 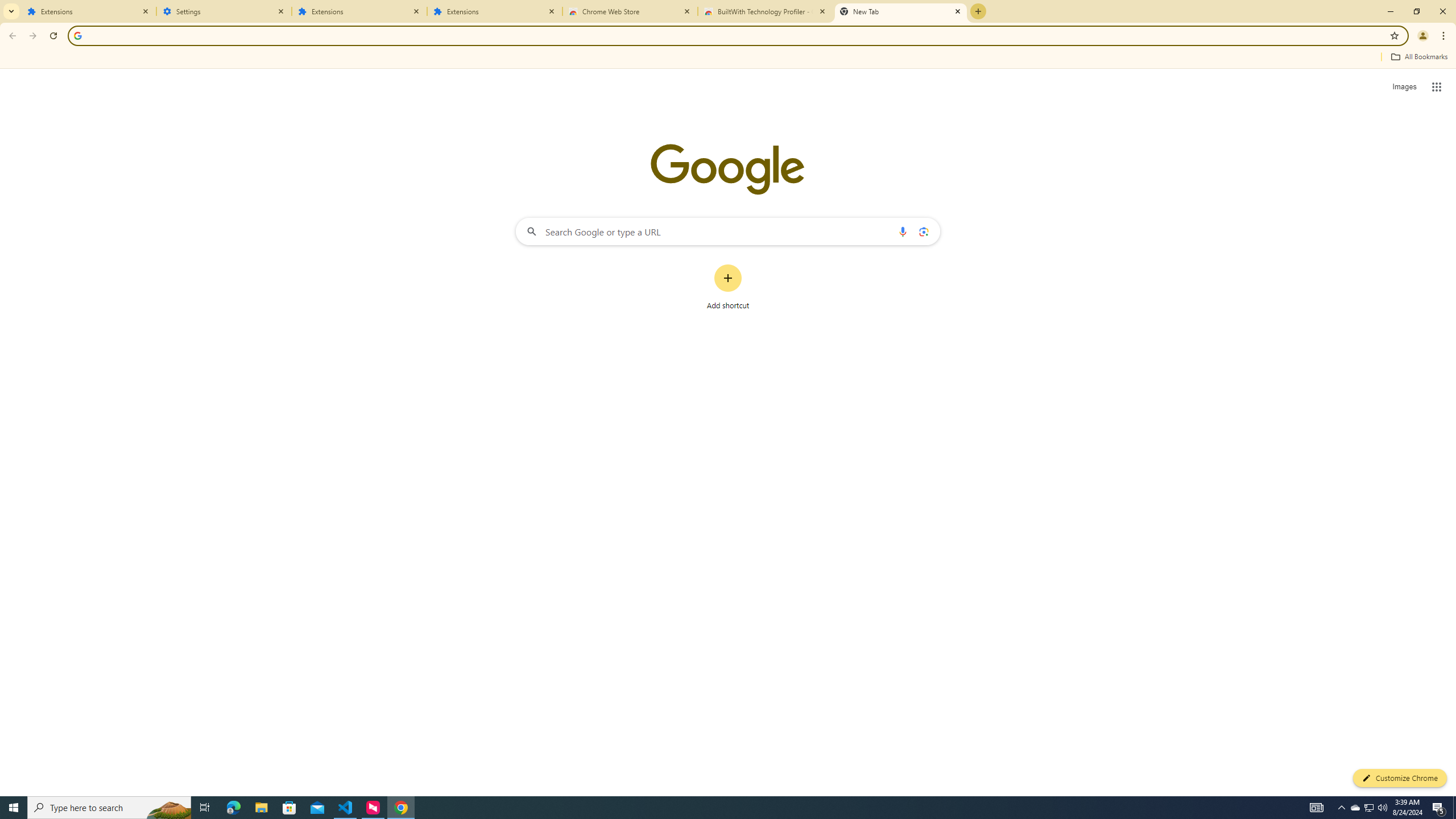 I want to click on 'Settings', so click(x=224, y=11).